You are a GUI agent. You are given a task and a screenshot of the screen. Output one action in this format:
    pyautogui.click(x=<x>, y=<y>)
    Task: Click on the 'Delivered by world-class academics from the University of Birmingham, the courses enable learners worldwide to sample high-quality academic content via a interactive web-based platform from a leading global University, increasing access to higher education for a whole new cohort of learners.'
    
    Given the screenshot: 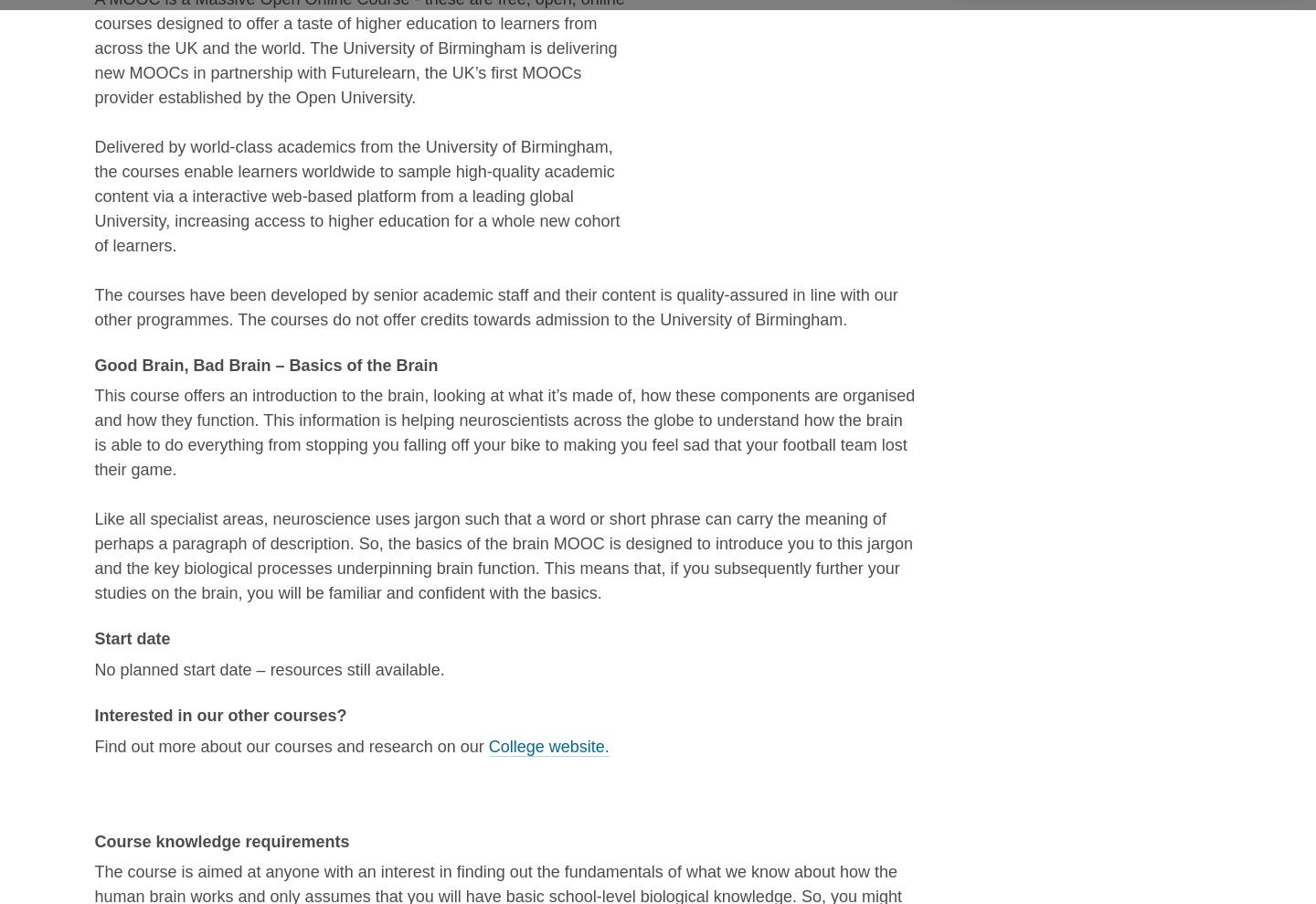 What is the action you would take?
    pyautogui.click(x=356, y=196)
    